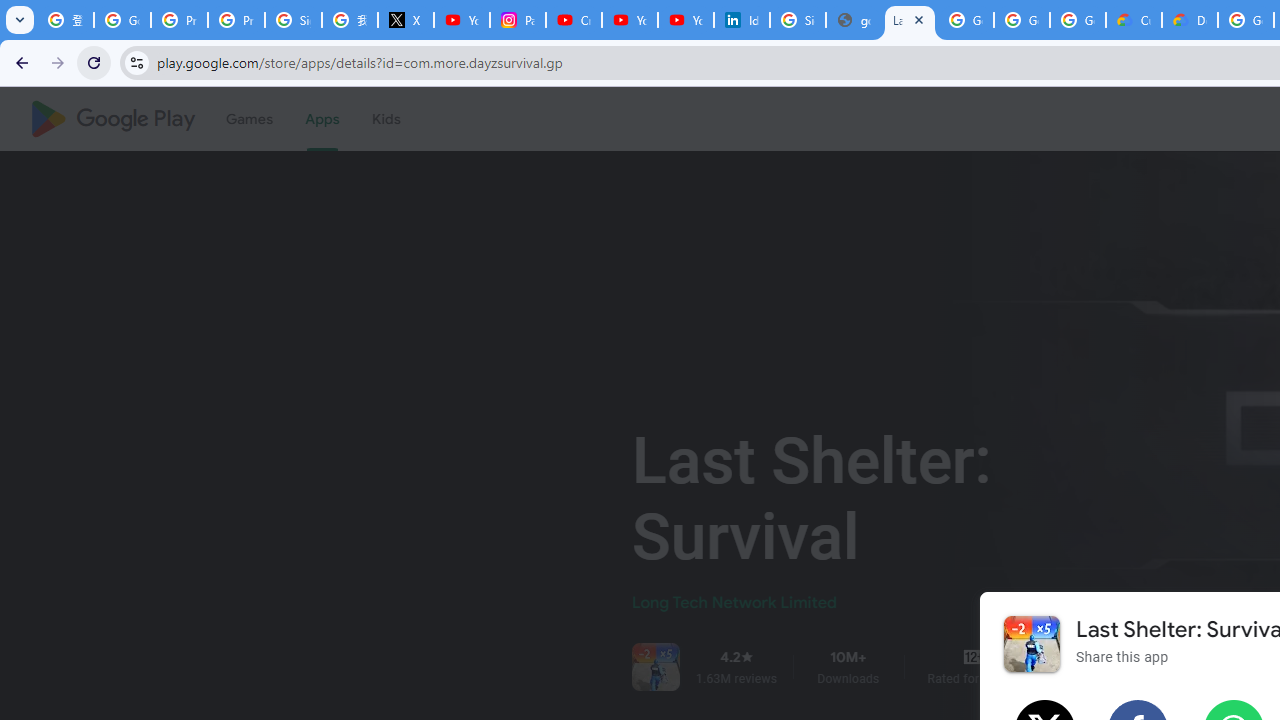  I want to click on 'YouTube Culture & Trends - YouTube Top 10, 2021', so click(686, 20).